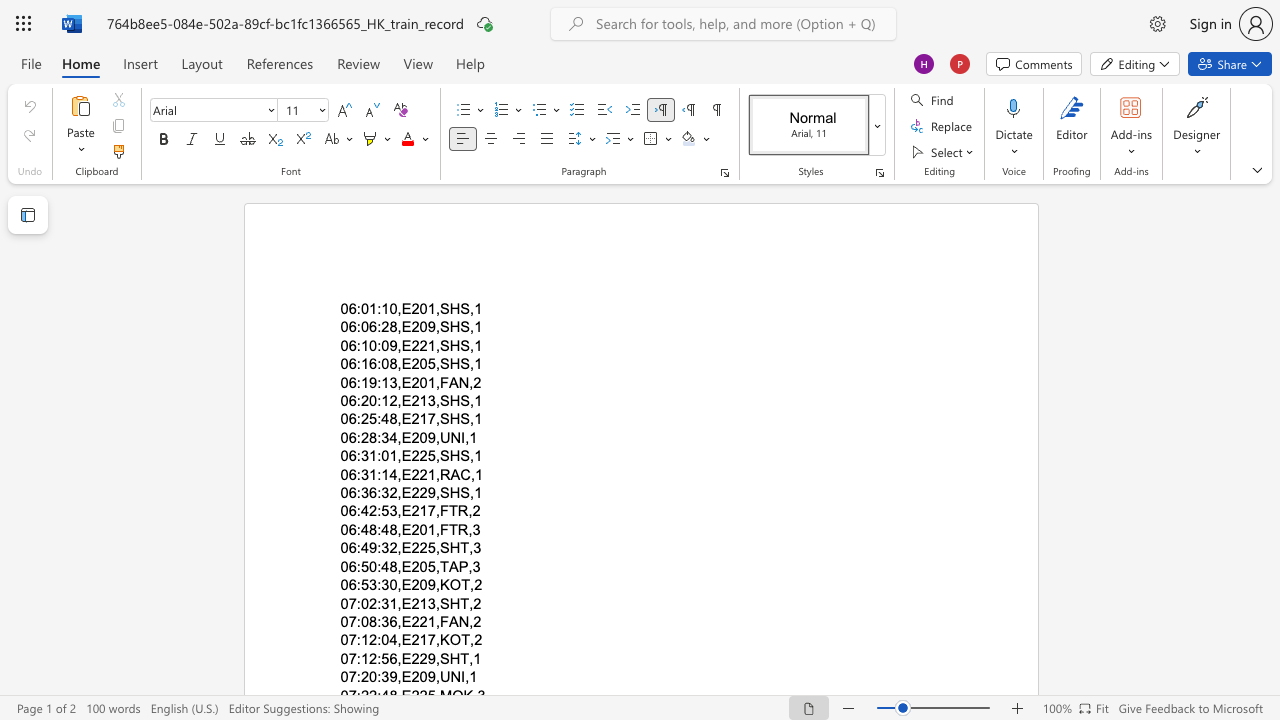  What do you see at coordinates (348, 510) in the screenshot?
I see `the subset text "6:42:53,E217" within the text "06:42:53,E217,FTR,2"` at bounding box center [348, 510].